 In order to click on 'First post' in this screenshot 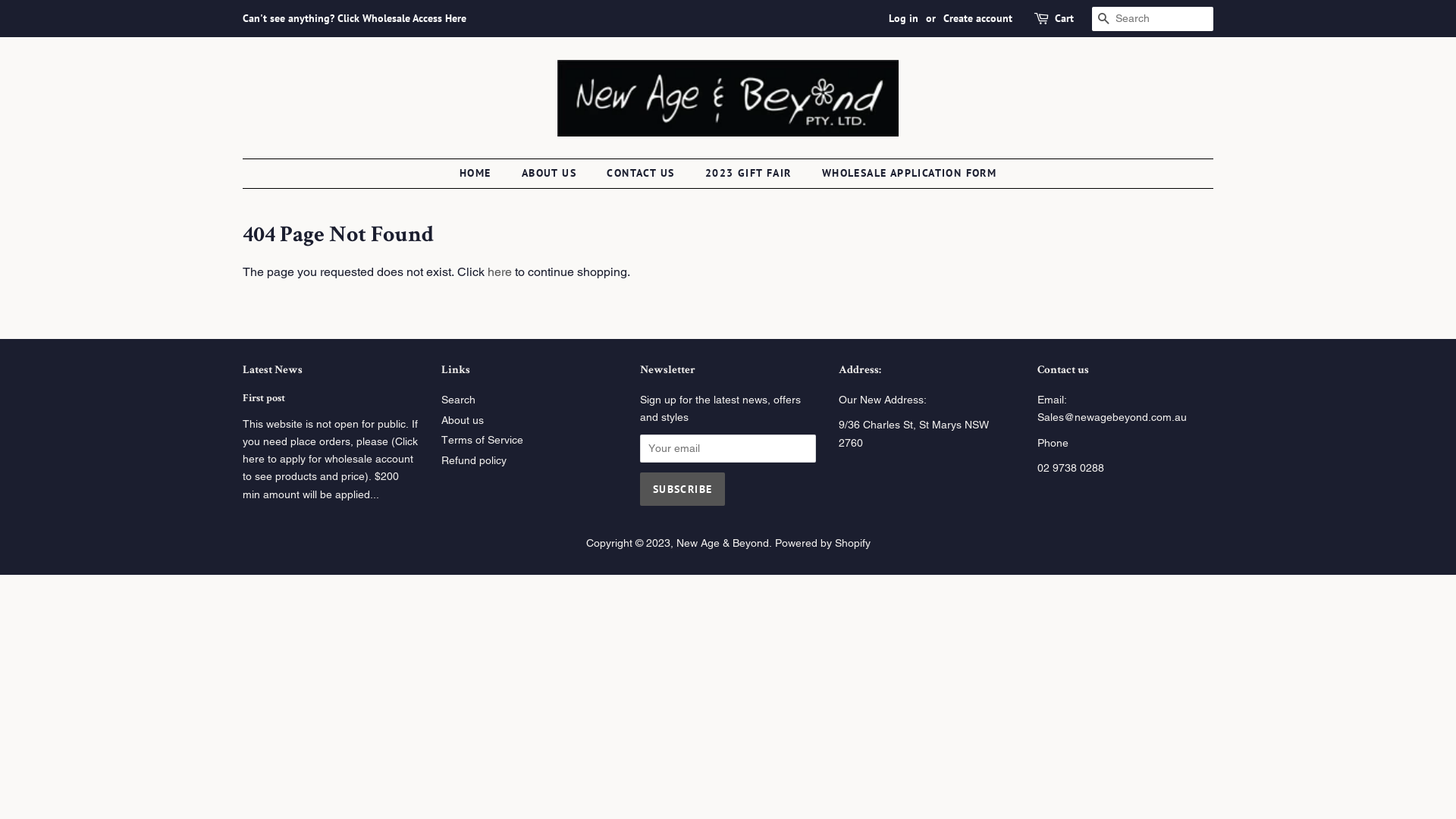, I will do `click(263, 397)`.